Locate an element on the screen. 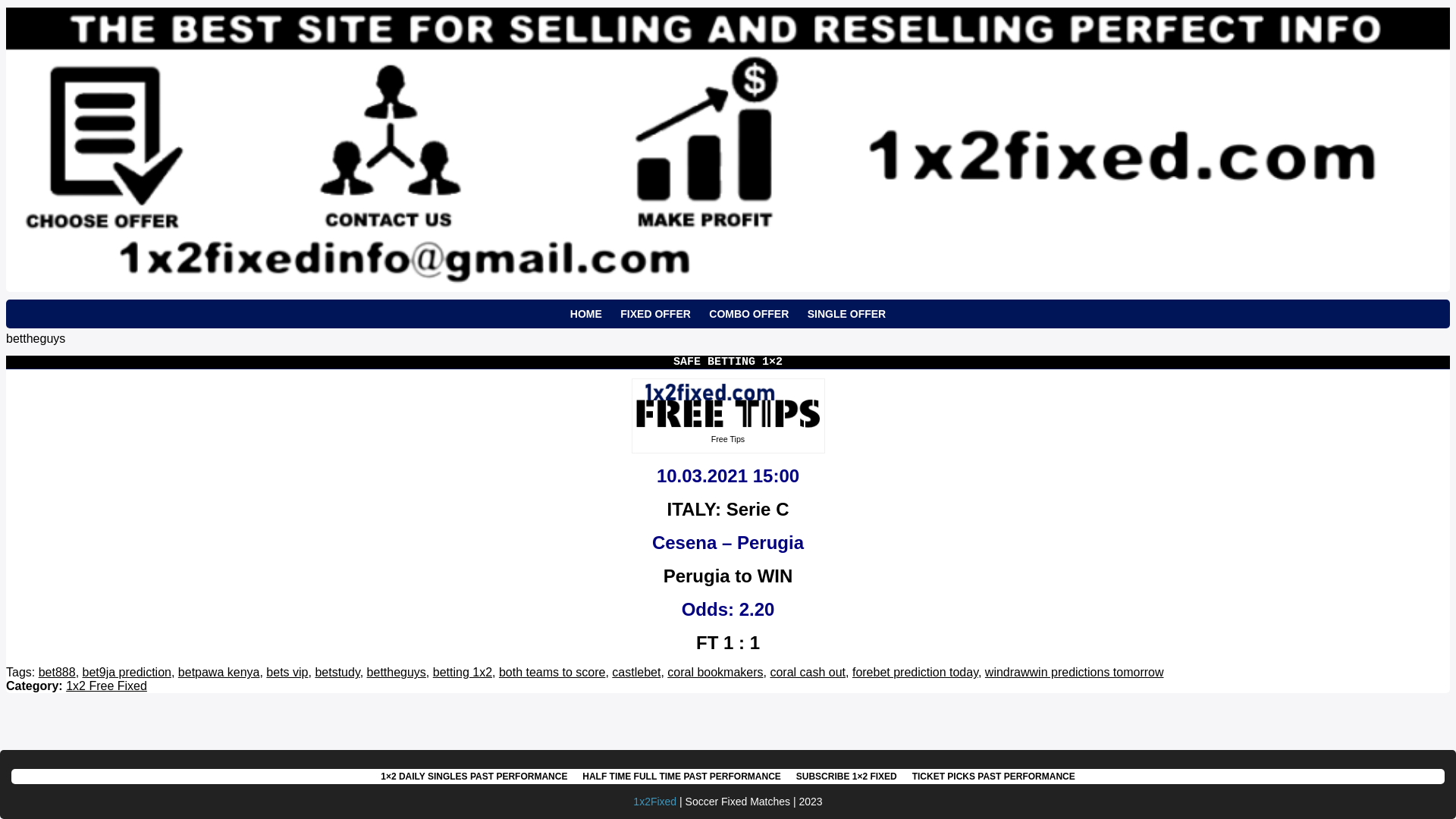  'VIP Advice 1x2' is located at coordinates (726, 405).